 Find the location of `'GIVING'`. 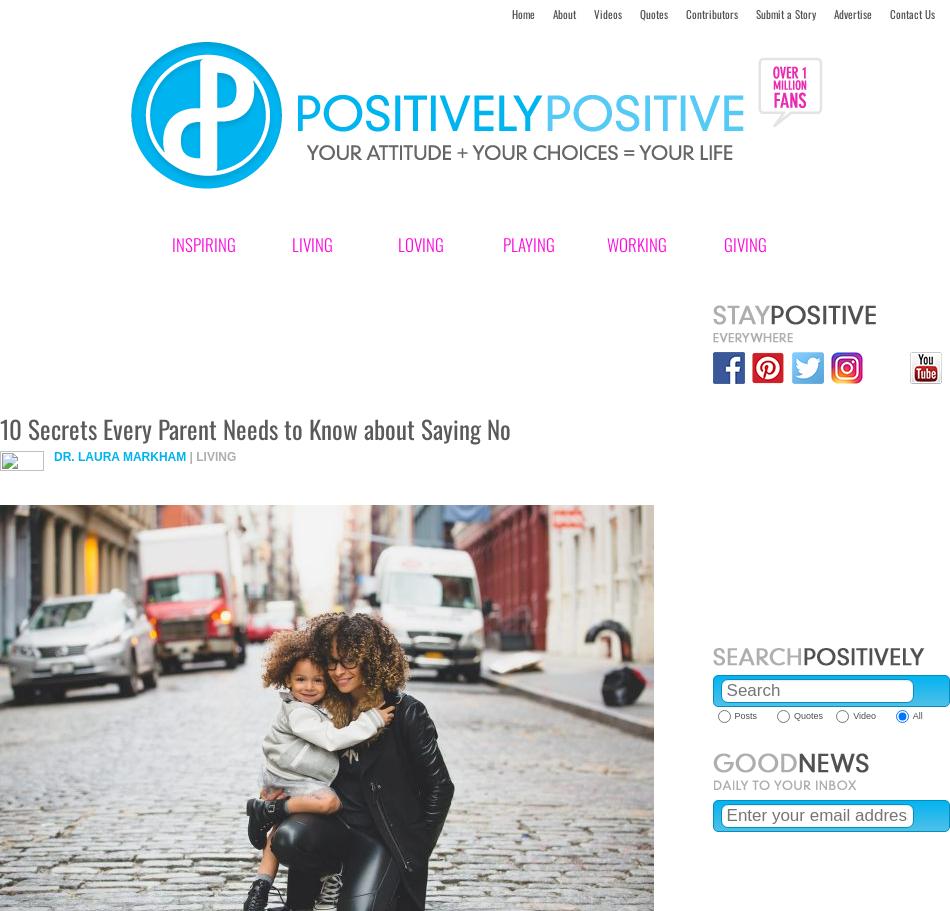

'GIVING' is located at coordinates (722, 244).